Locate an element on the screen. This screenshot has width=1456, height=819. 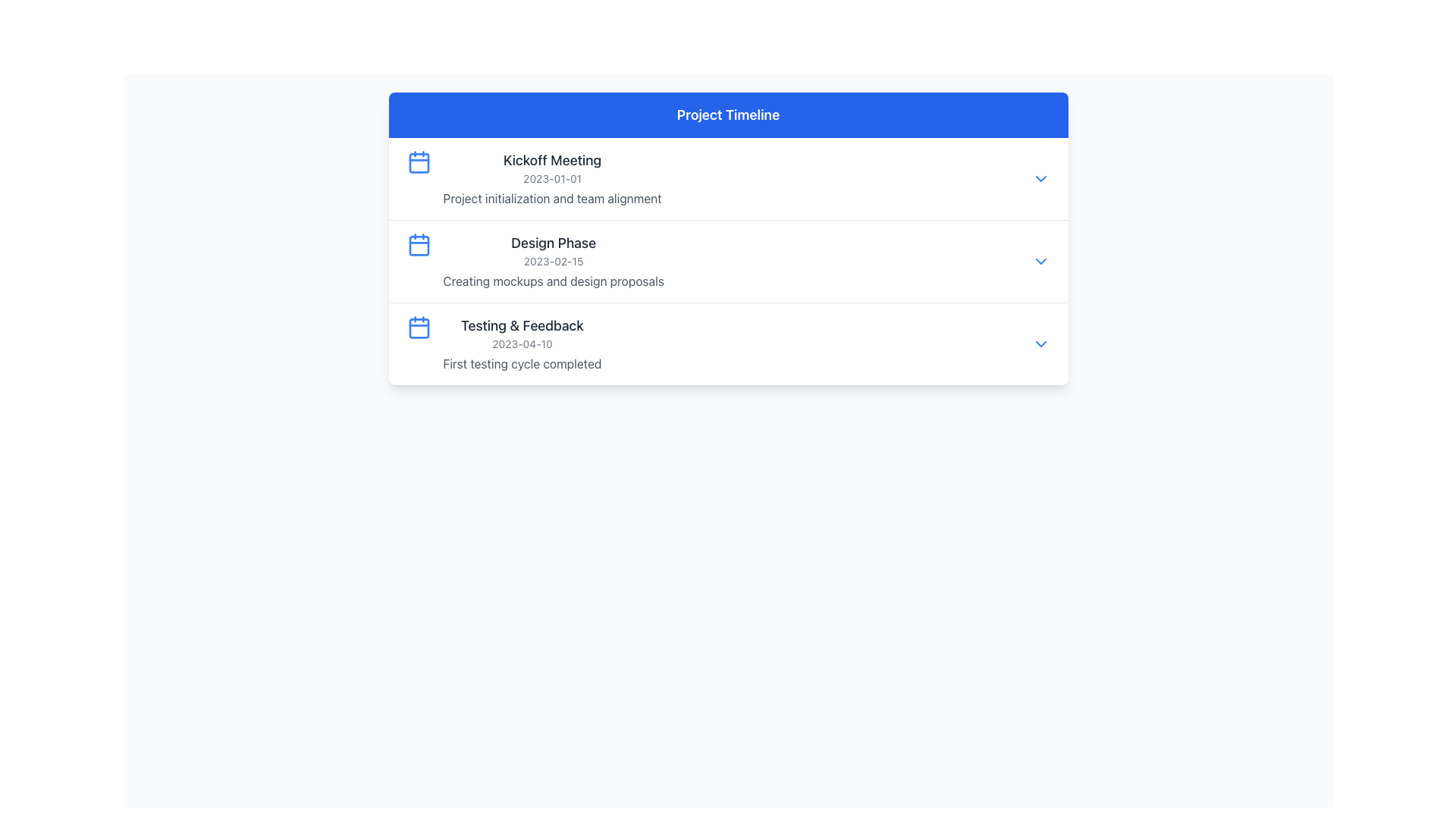
the 'Testing & Feedback' textual display is located at coordinates (522, 344).